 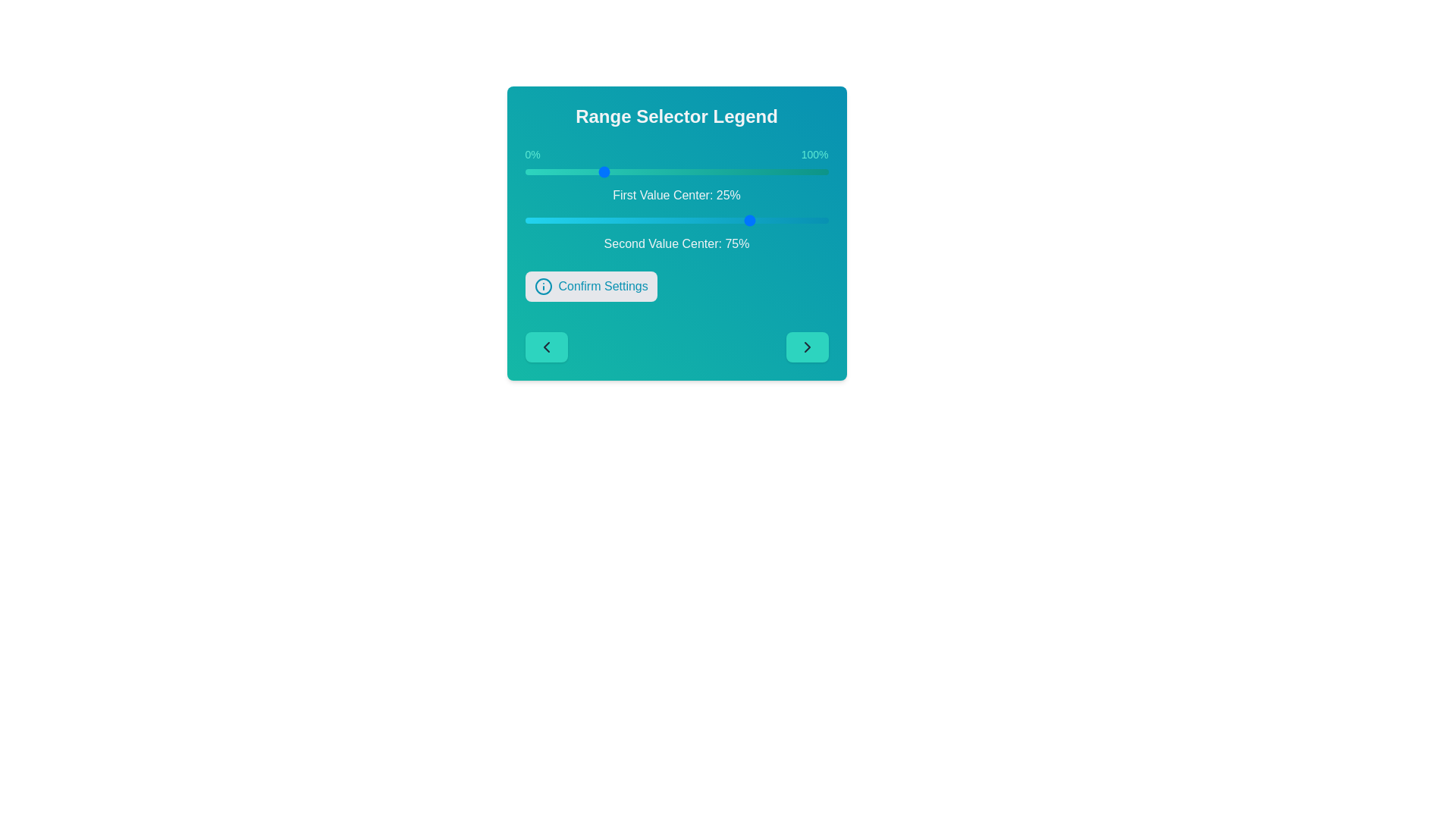 I want to click on the circular background element of the information indicator icon, which features a distinctive outer ring and a filled inner circle, located to the left of the 'Confirm Settings' button, so click(x=543, y=287).